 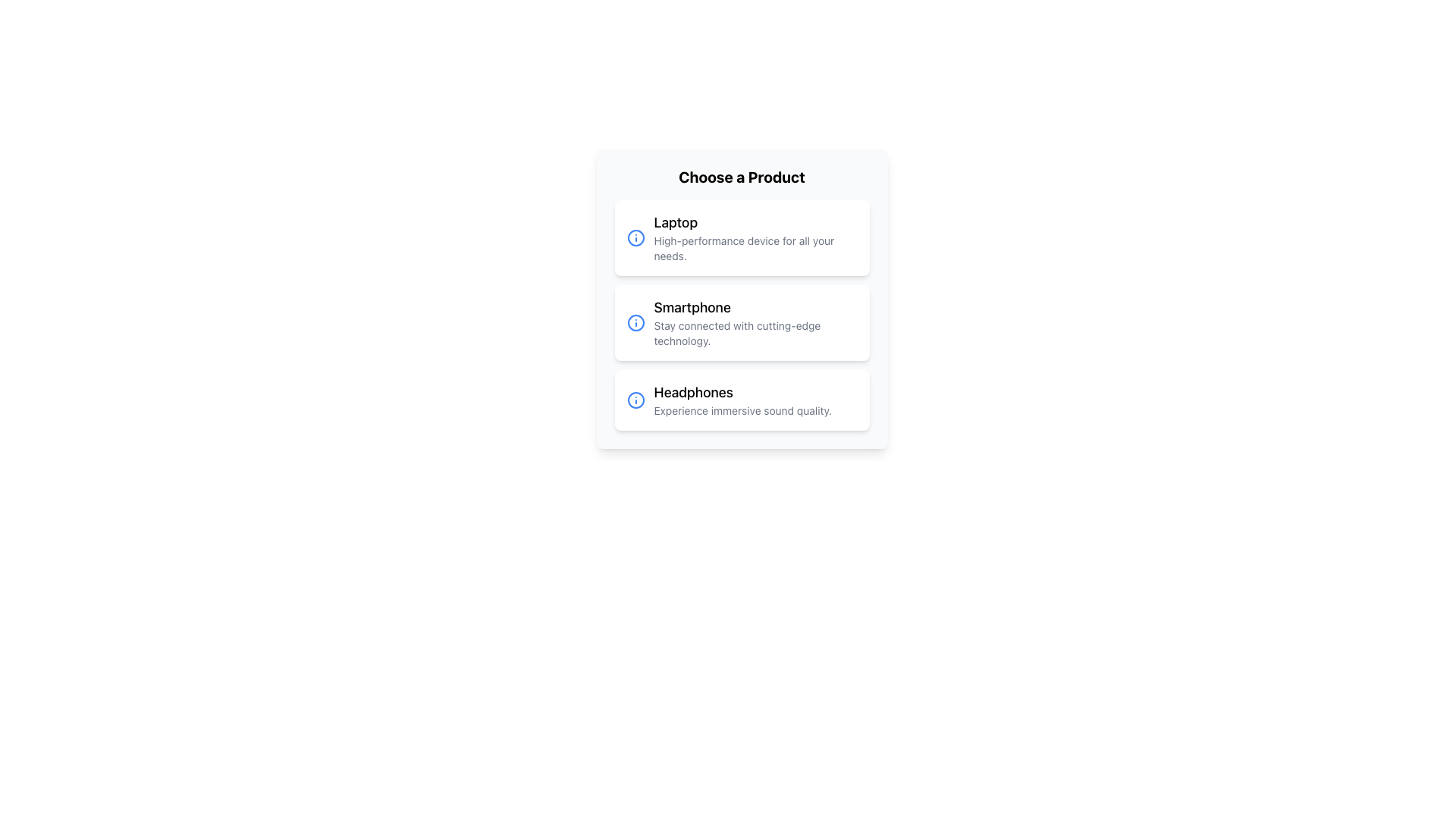 What do you see at coordinates (755, 411) in the screenshot?
I see `the text label that contains 'Experience immersive sound quality.' positioned beneath the title 'Headphones.'` at bounding box center [755, 411].